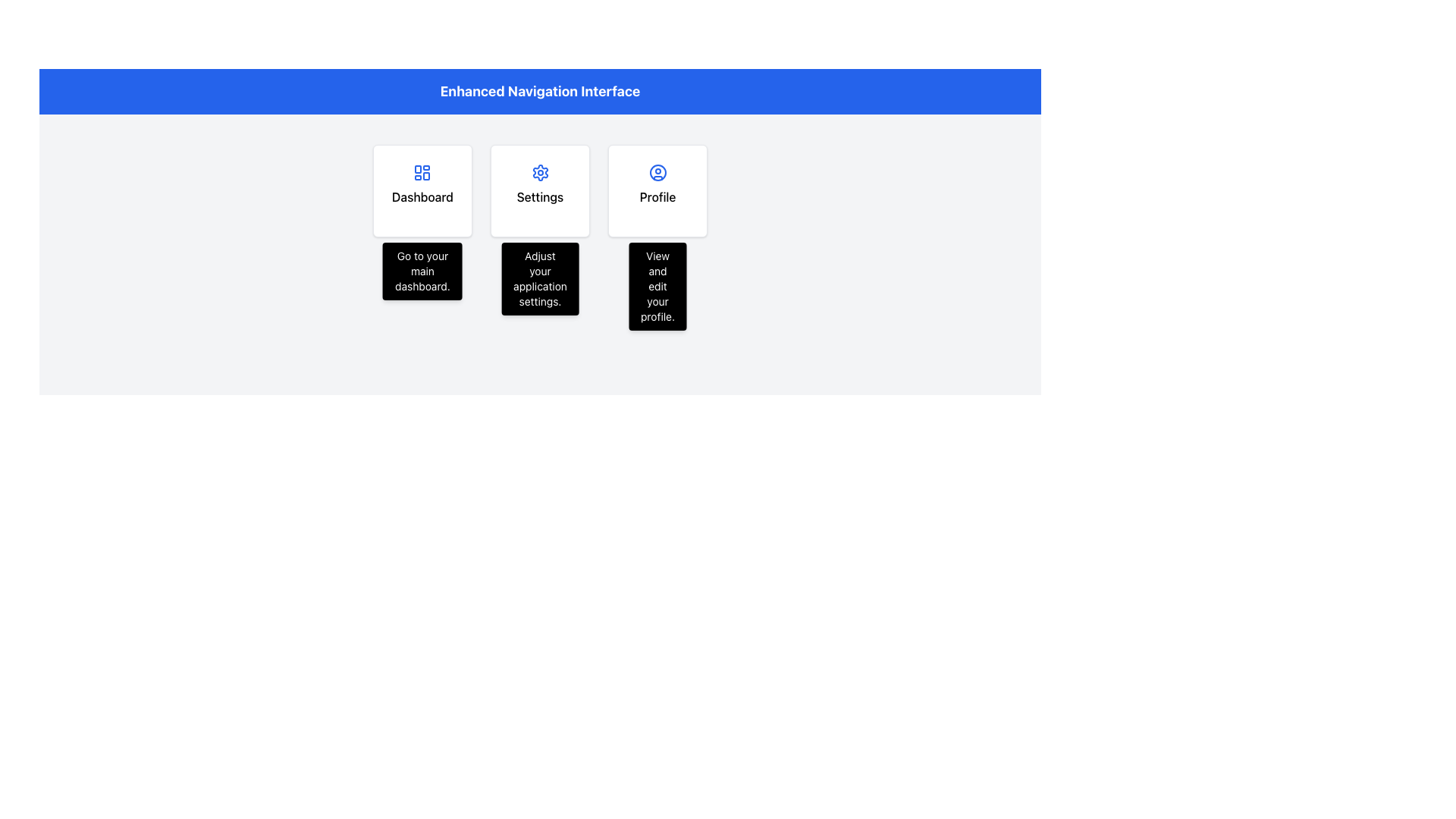 Image resolution: width=1456 pixels, height=819 pixels. What do you see at coordinates (540, 171) in the screenshot?
I see `the encompassing area of the 'Settings' icon, which is located at the top of the middle card in the 'Enhanced Navigation Interface' section` at bounding box center [540, 171].